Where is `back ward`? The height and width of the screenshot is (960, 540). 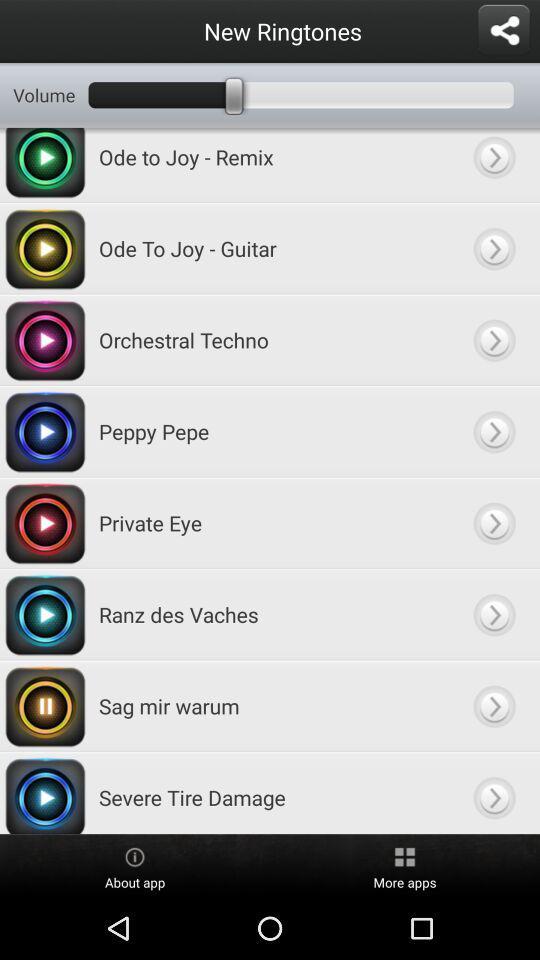
back ward is located at coordinates (493, 431).